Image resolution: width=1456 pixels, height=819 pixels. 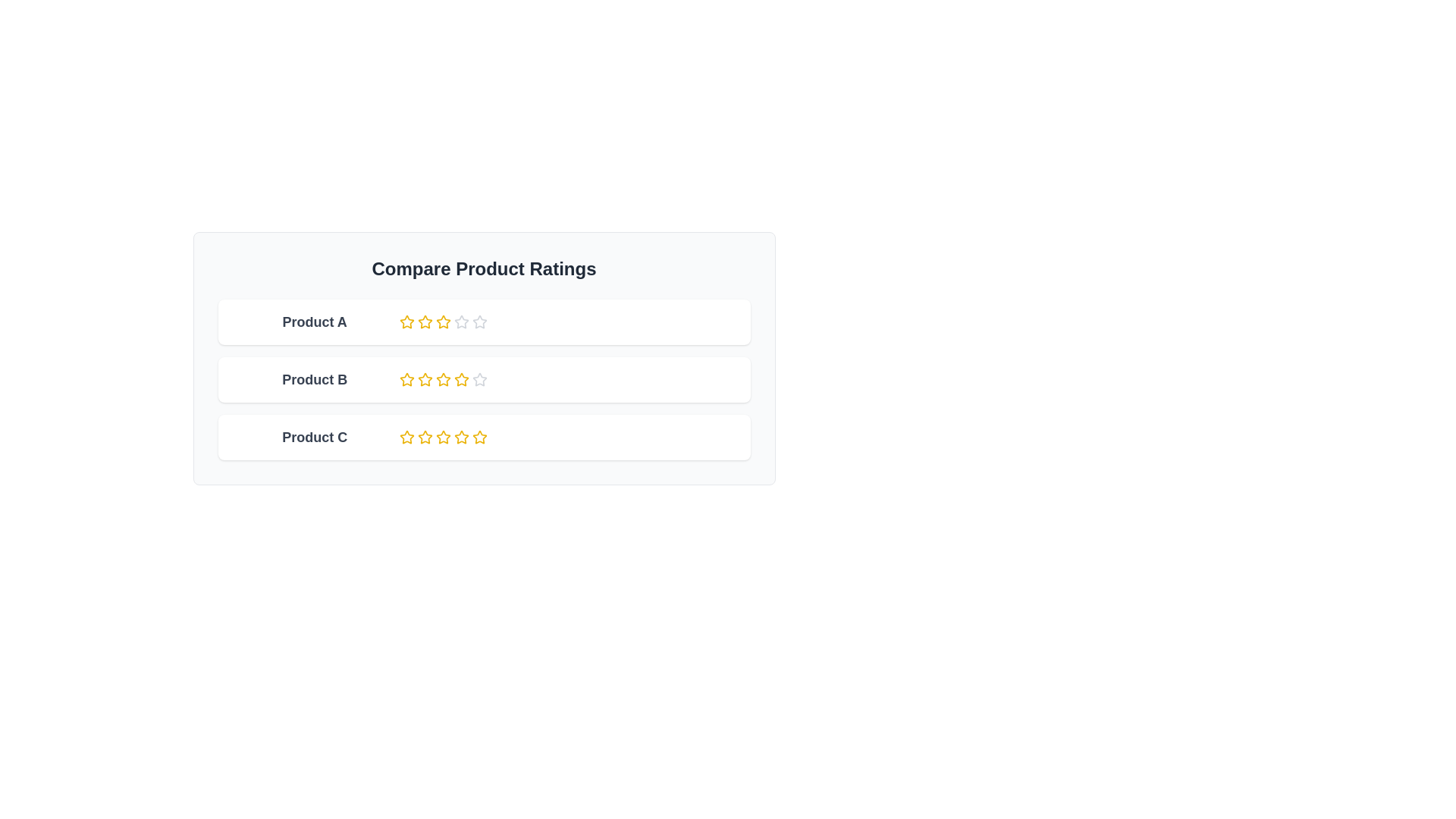 I want to click on the second star icon in the rating row for 'Product A' to rate it, so click(x=425, y=321).